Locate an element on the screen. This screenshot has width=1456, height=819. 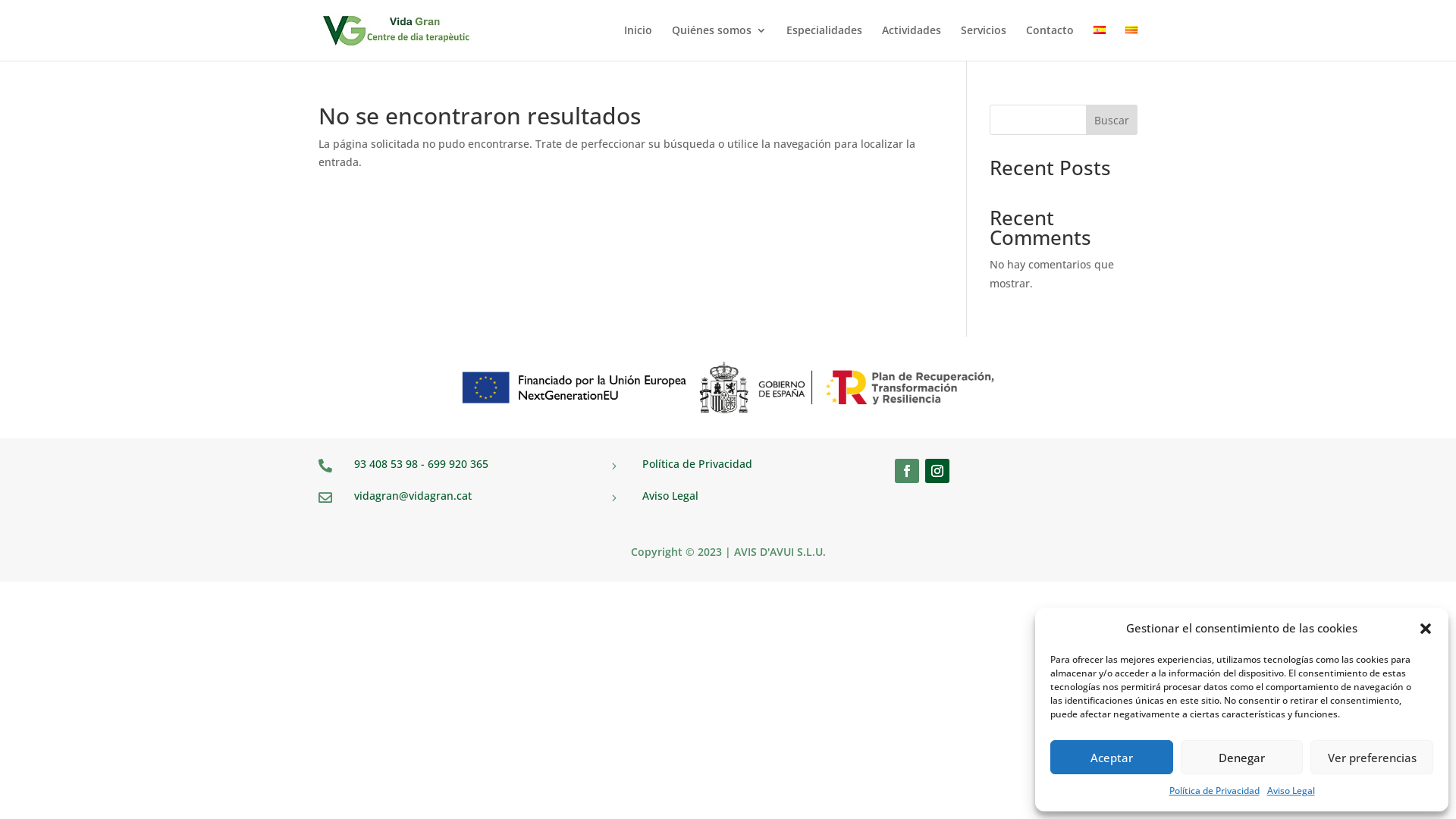
'Especialidades' is located at coordinates (823, 42).